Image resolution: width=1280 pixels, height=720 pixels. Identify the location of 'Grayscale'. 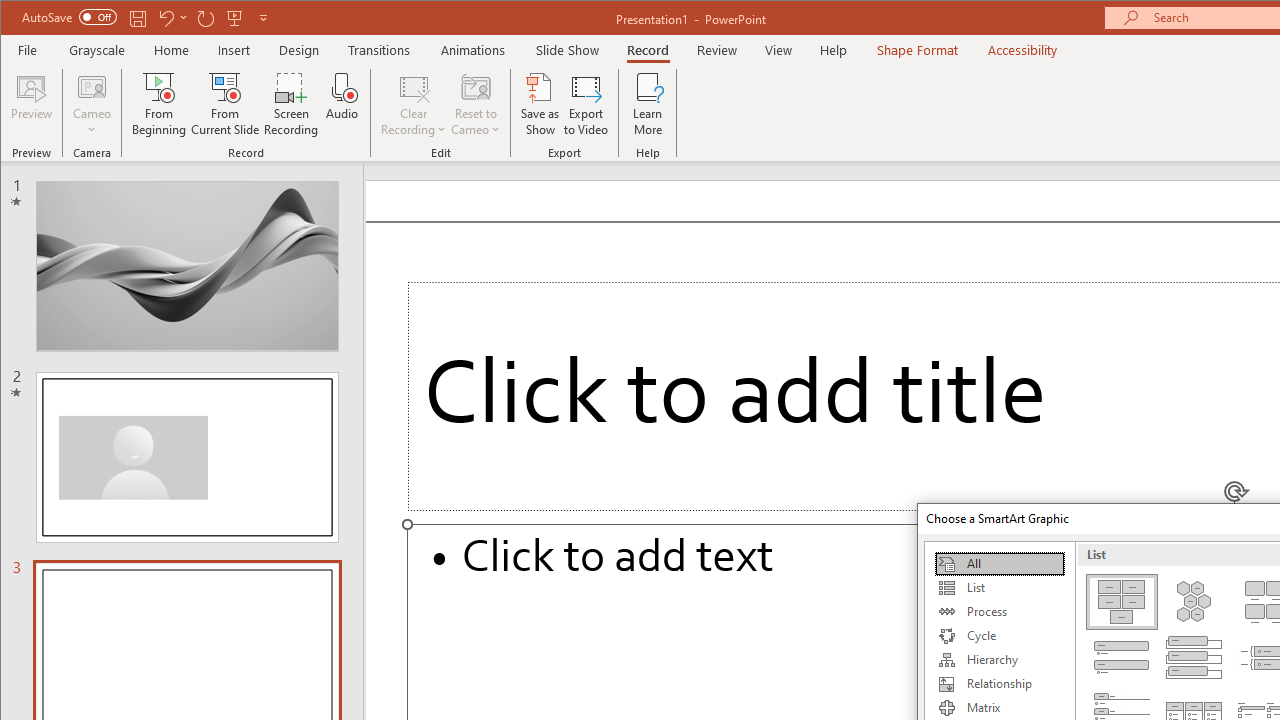
(96, 49).